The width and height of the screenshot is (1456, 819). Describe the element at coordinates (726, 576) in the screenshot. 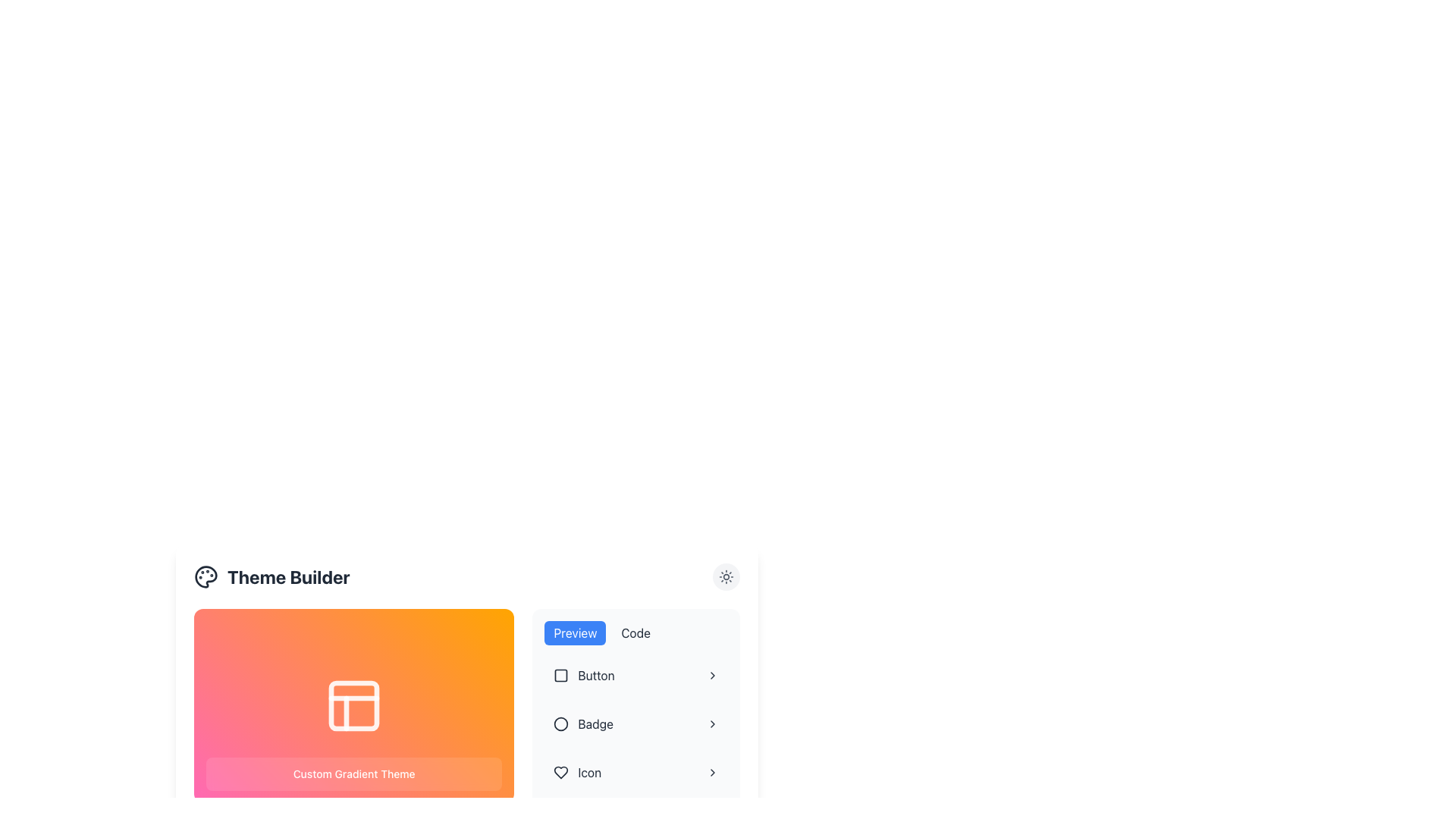

I see `the simplistic sun-like icon located at the center of the circular button with a light gray background in the upper-right corner of the UI` at that location.